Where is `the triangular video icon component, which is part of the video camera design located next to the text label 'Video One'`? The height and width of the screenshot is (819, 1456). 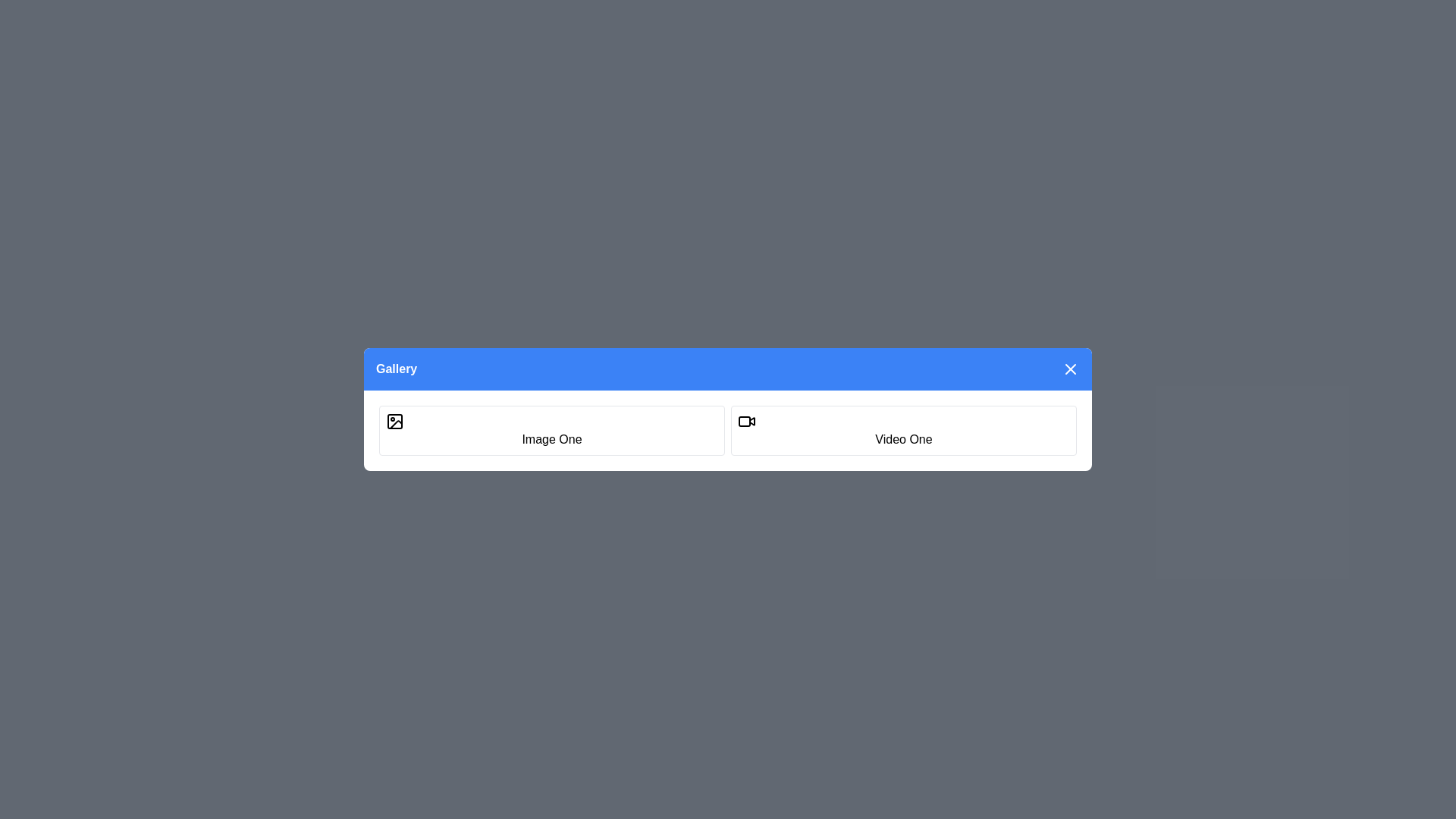 the triangular video icon component, which is part of the video camera design located next to the text label 'Video One' is located at coordinates (752, 421).